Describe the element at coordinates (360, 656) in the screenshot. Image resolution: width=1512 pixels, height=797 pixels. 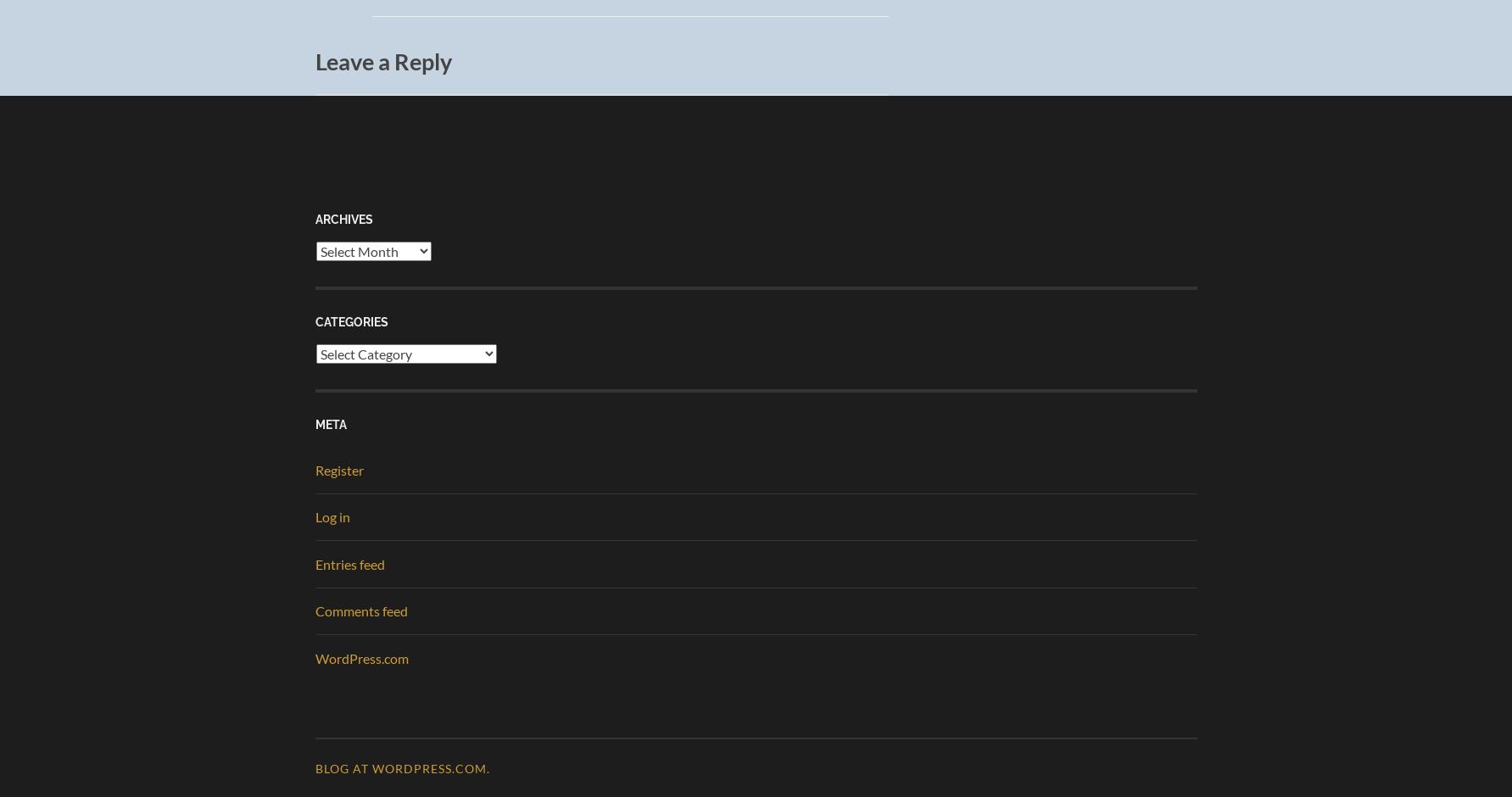
I see `'WordPress.com'` at that location.